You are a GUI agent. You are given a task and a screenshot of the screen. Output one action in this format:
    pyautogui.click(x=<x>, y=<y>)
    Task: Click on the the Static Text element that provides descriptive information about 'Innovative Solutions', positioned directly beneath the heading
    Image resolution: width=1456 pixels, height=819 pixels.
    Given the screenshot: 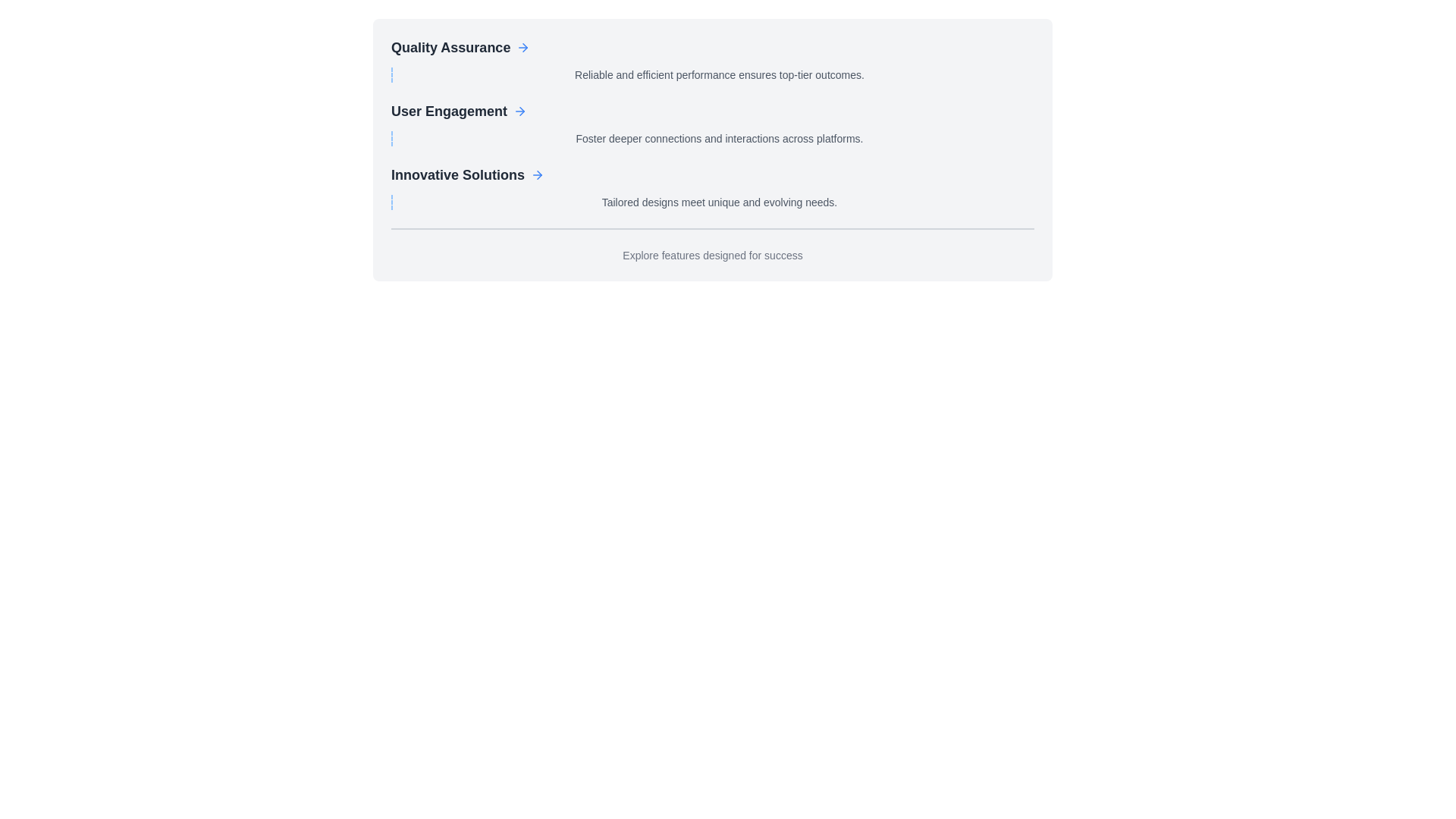 What is the action you would take?
    pyautogui.click(x=712, y=201)
    